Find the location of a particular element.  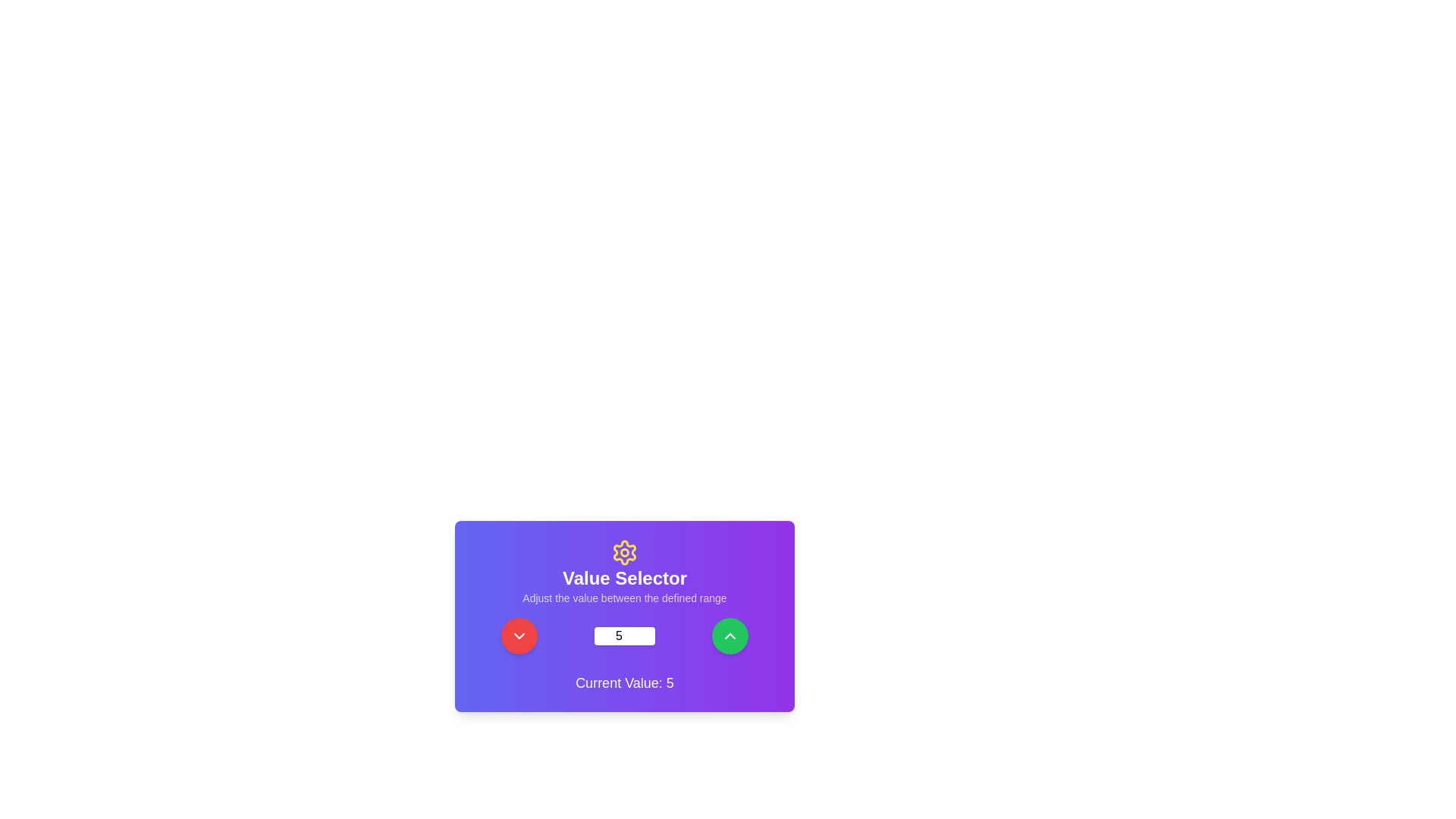

the gear-shaped icon with a yellow outline and a purple background, located at the top center within the card section is located at coordinates (625, 553).